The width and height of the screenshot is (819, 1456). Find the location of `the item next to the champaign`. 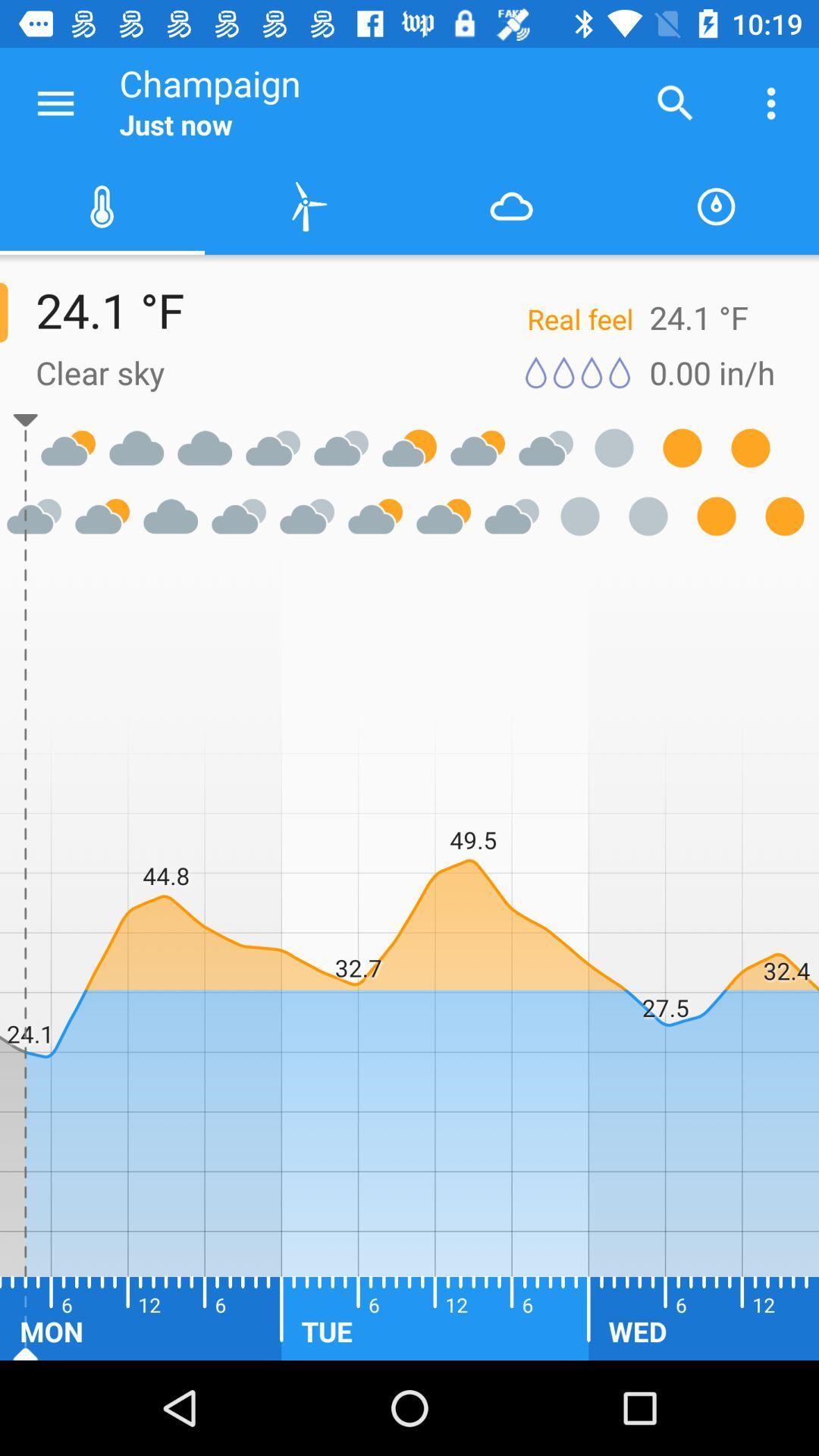

the item next to the champaign is located at coordinates (675, 102).